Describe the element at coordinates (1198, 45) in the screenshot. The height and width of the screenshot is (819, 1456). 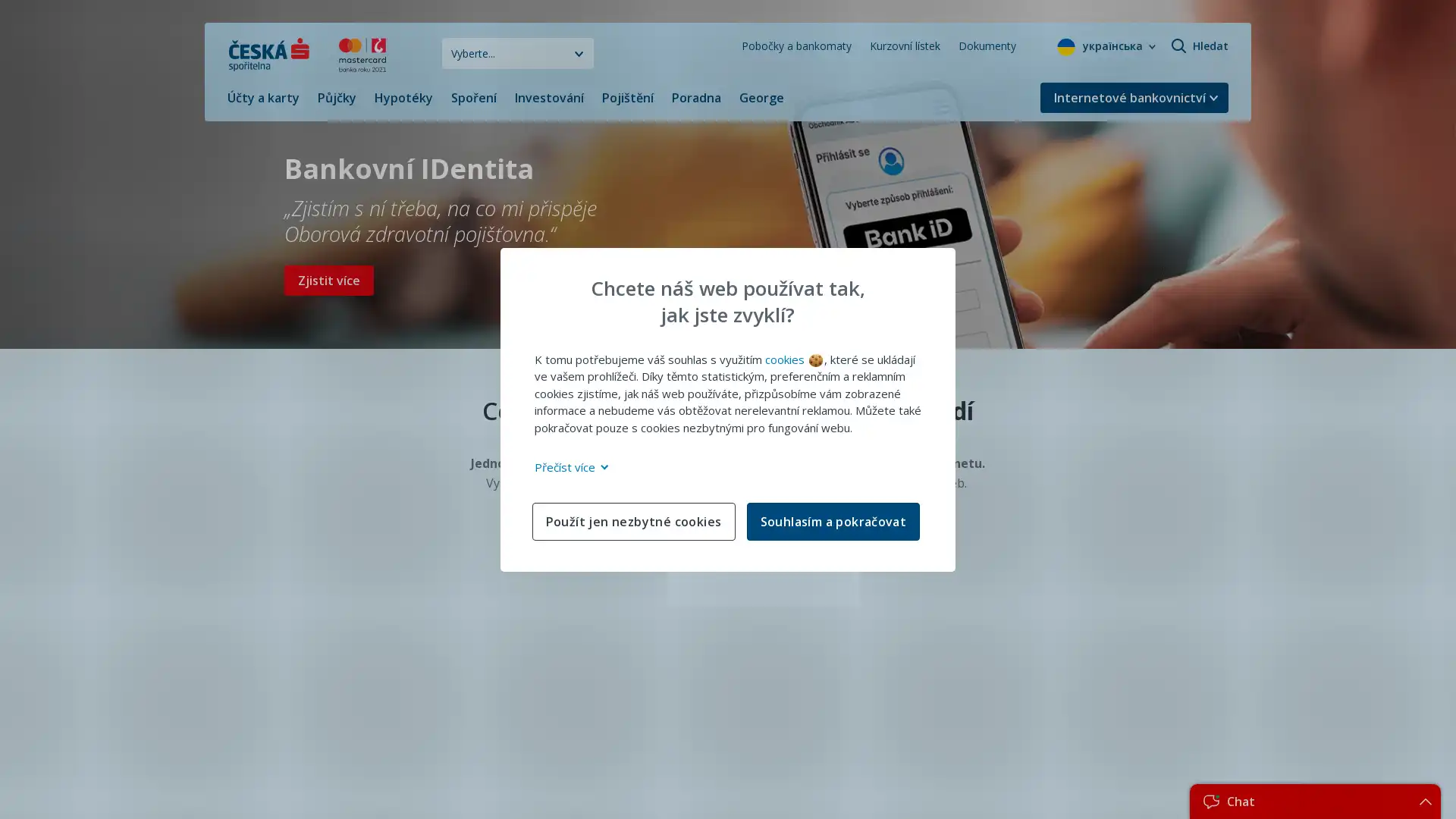
I see `Hledat` at that location.